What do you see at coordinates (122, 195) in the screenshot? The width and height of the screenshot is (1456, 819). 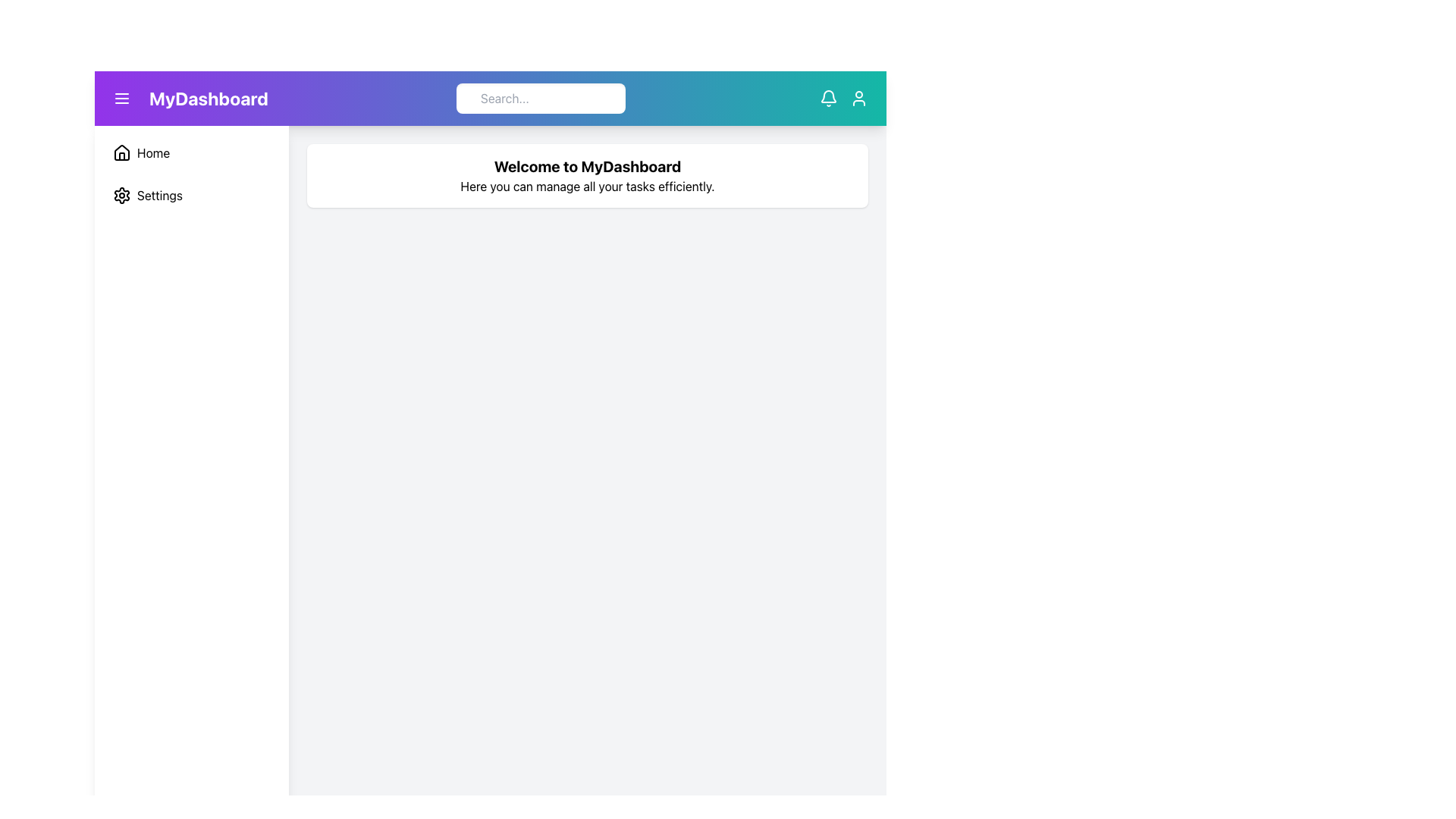 I see `the gear icon in the vertical navigation menu` at bounding box center [122, 195].